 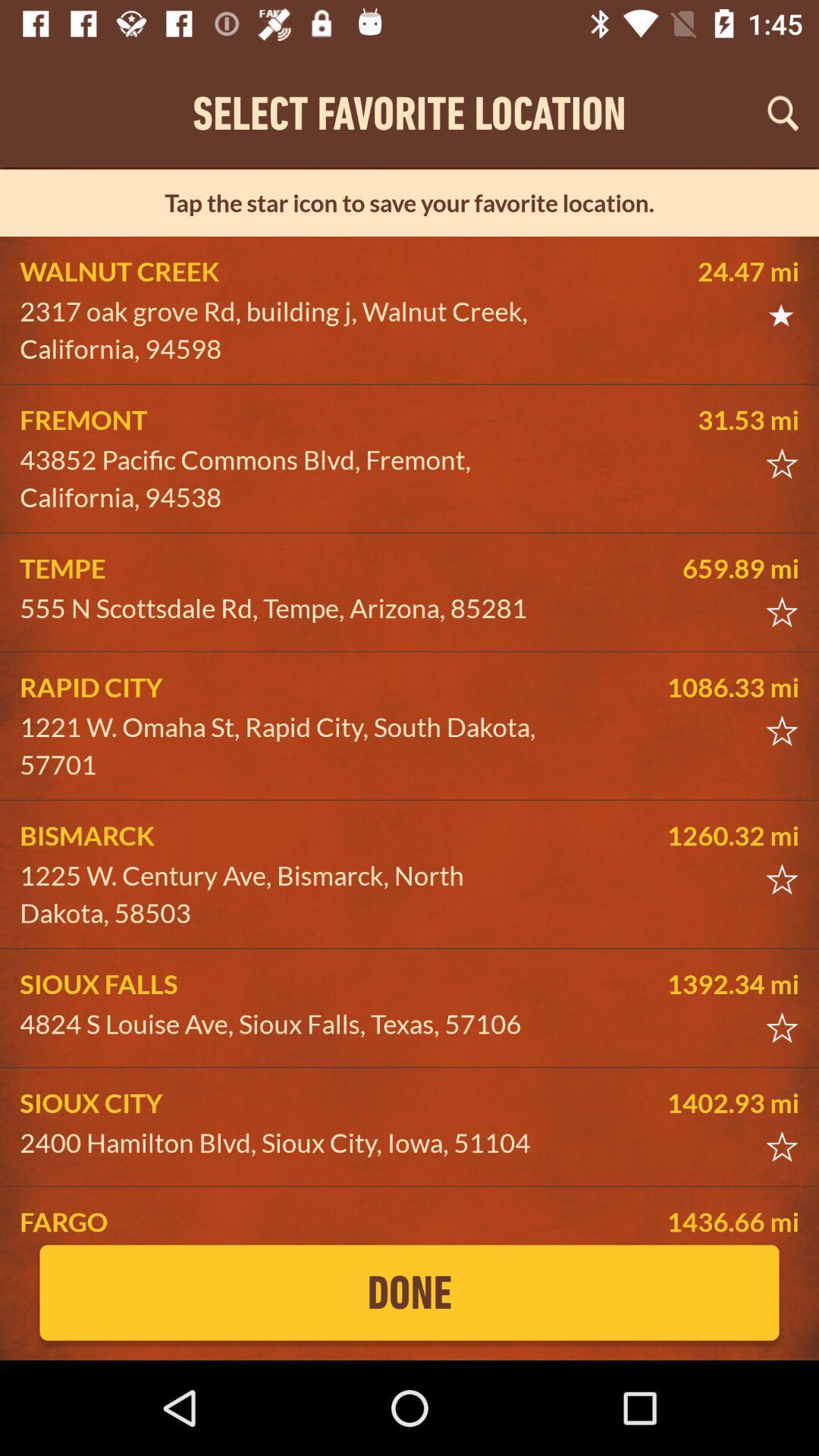 What do you see at coordinates (685, 835) in the screenshot?
I see `the icon to the right of the bismarck` at bounding box center [685, 835].